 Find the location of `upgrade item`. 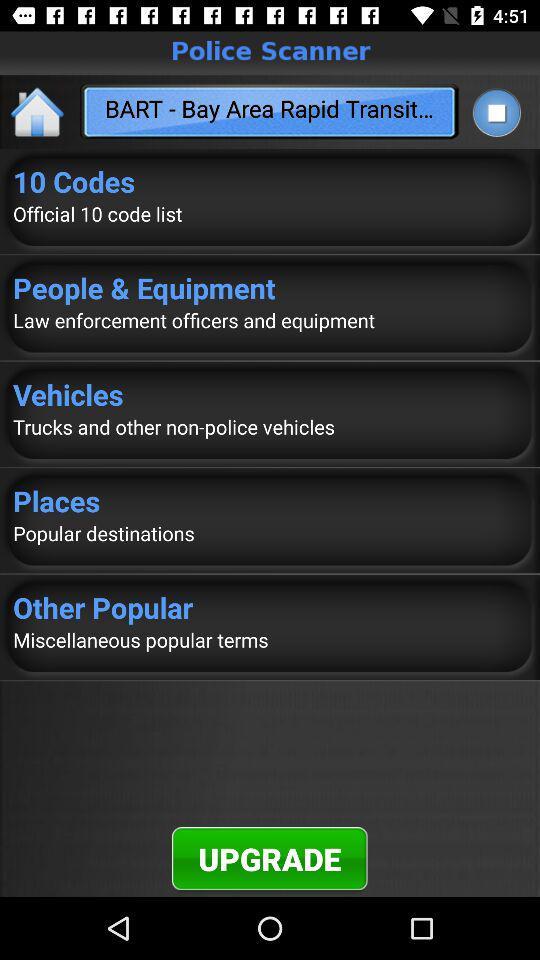

upgrade item is located at coordinates (269, 857).